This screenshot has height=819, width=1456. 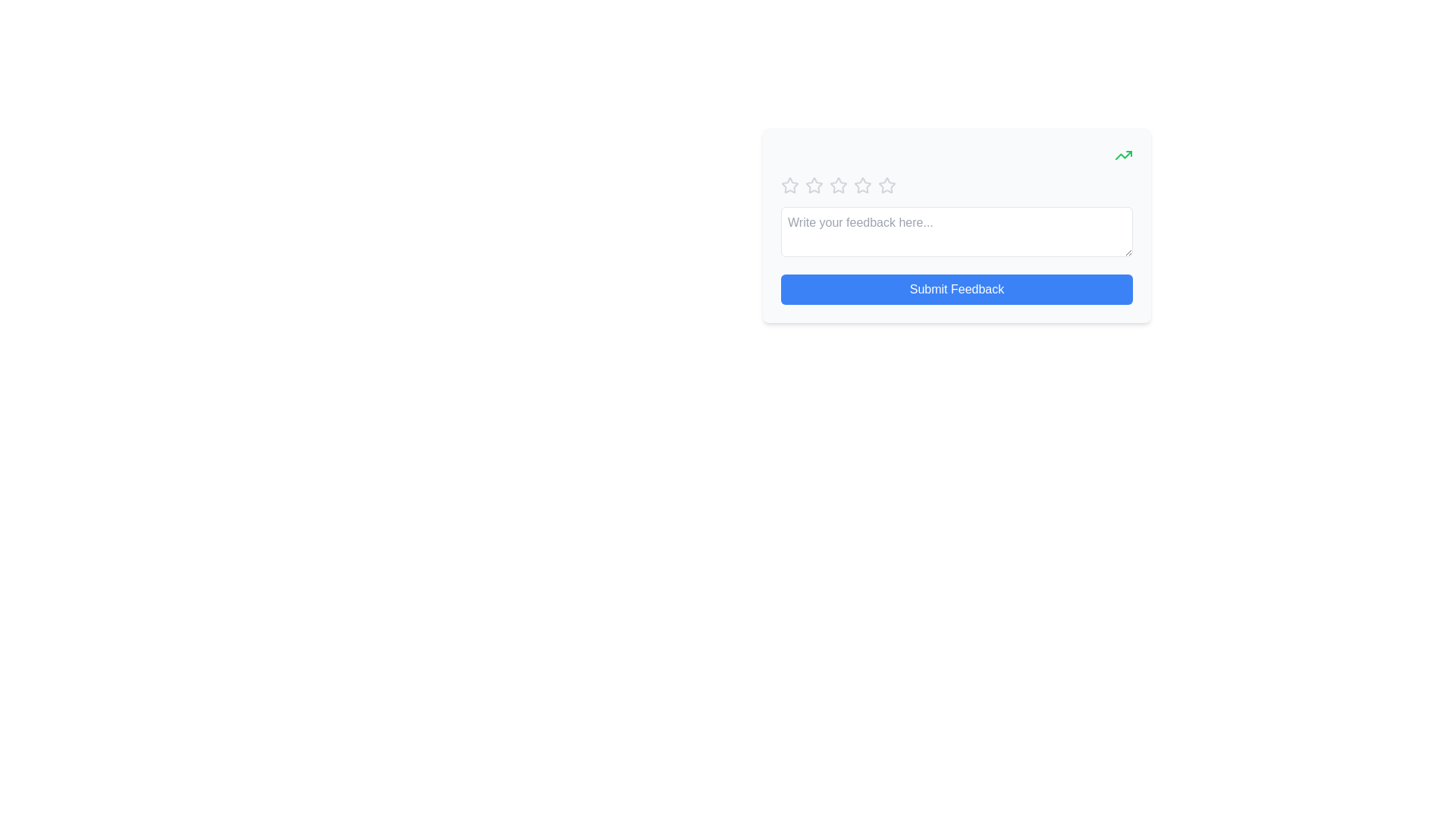 What do you see at coordinates (814, 185) in the screenshot?
I see `the second star` at bounding box center [814, 185].